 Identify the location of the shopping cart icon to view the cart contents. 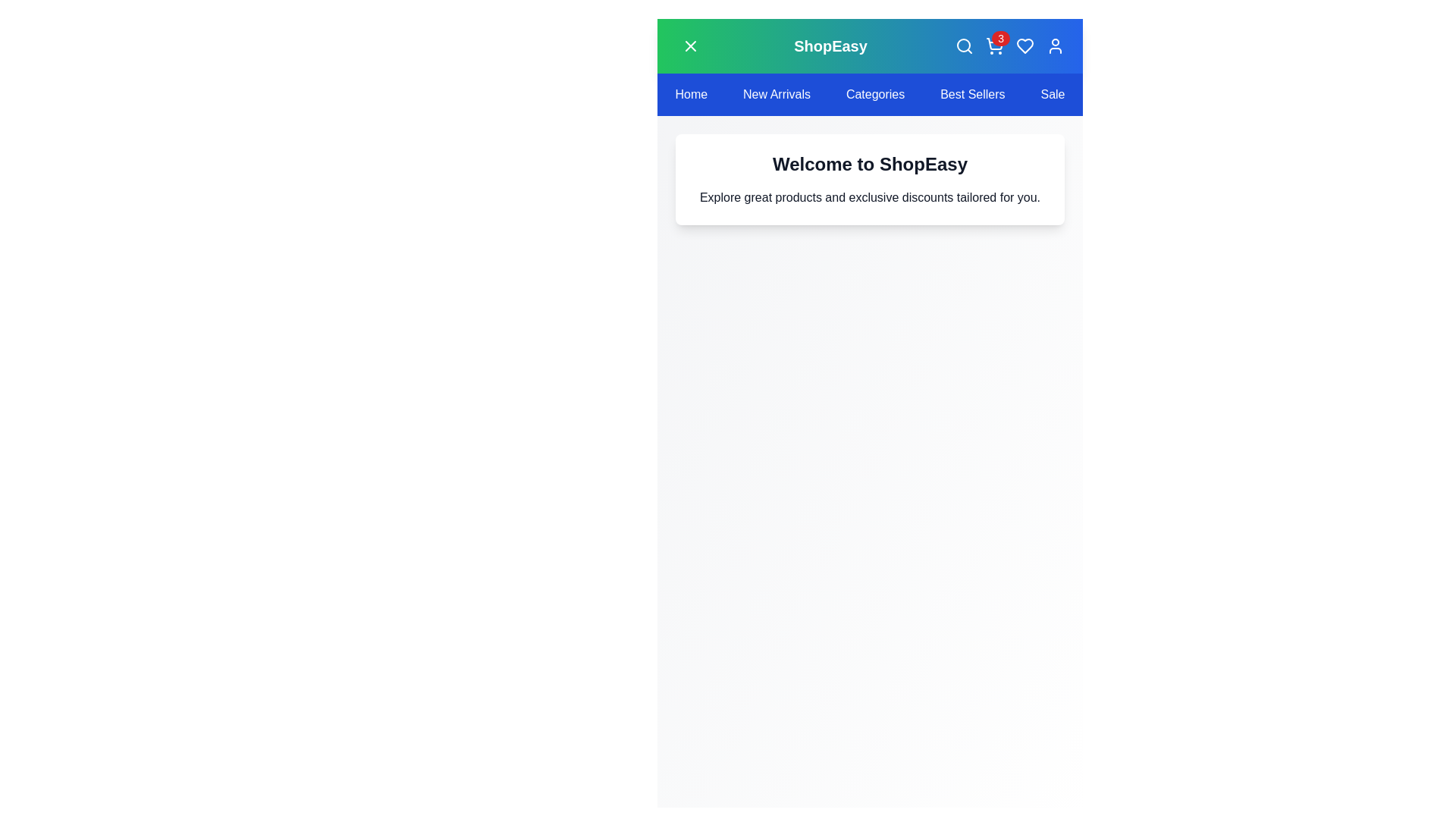
(994, 45).